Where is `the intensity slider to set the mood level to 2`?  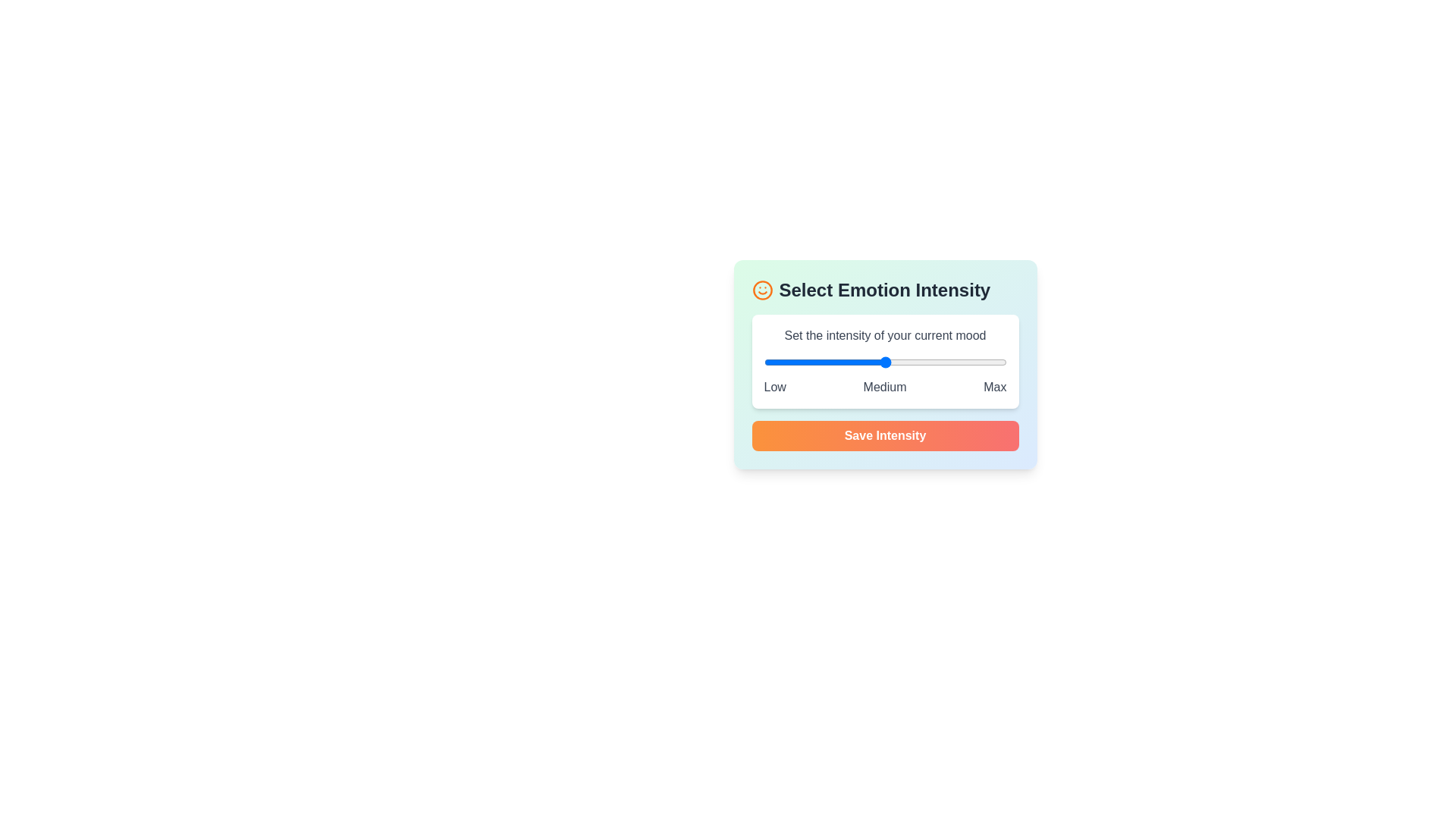 the intensity slider to set the mood level to 2 is located at coordinates (824, 362).